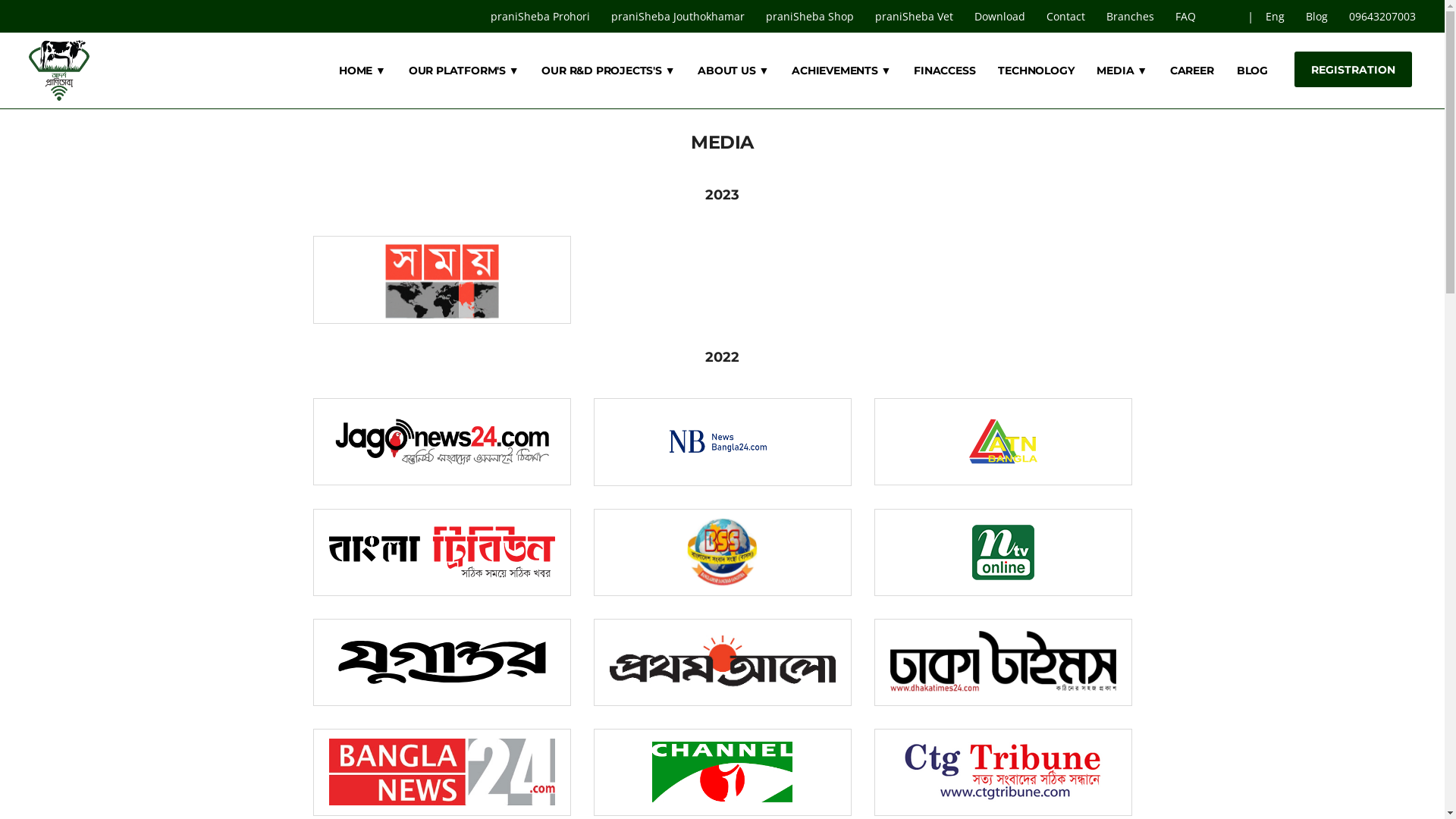  I want to click on 'TECHNOLOGY', so click(1035, 70).